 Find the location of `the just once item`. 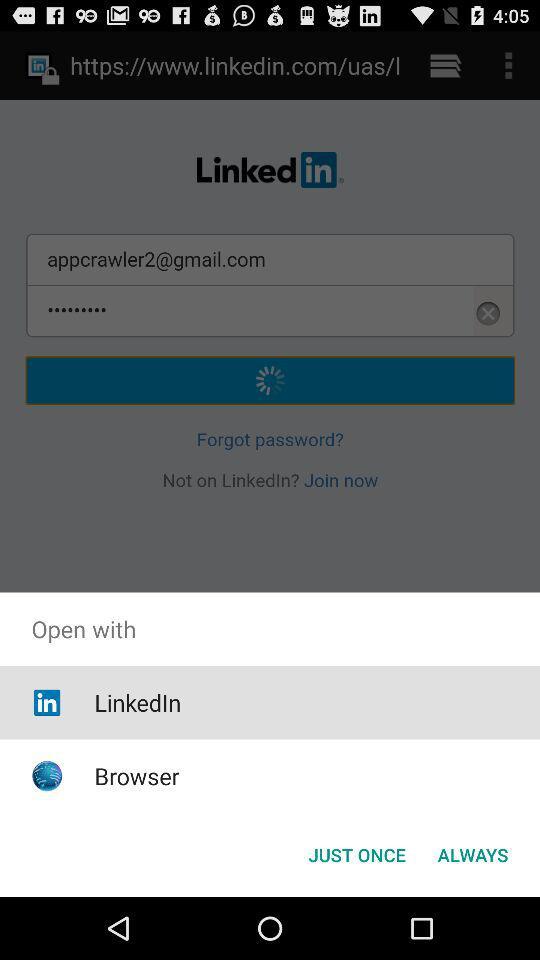

the just once item is located at coordinates (356, 853).